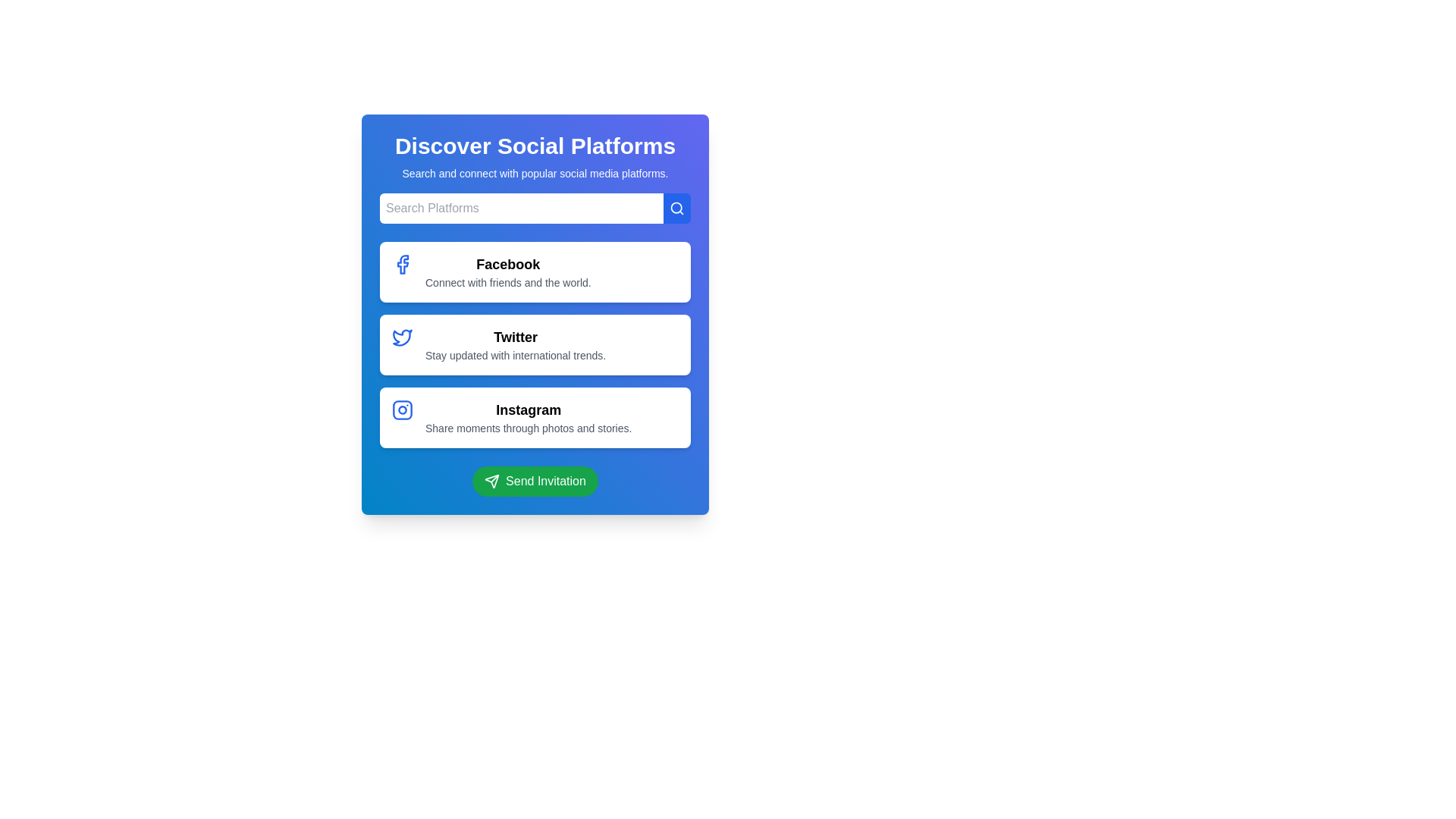 The width and height of the screenshot is (1456, 819). I want to click on the representation of the circular SVG graphic that serves as the decorative part of the search icon, located at the center of the magnifying glass icon in the search input field, so click(676, 208).